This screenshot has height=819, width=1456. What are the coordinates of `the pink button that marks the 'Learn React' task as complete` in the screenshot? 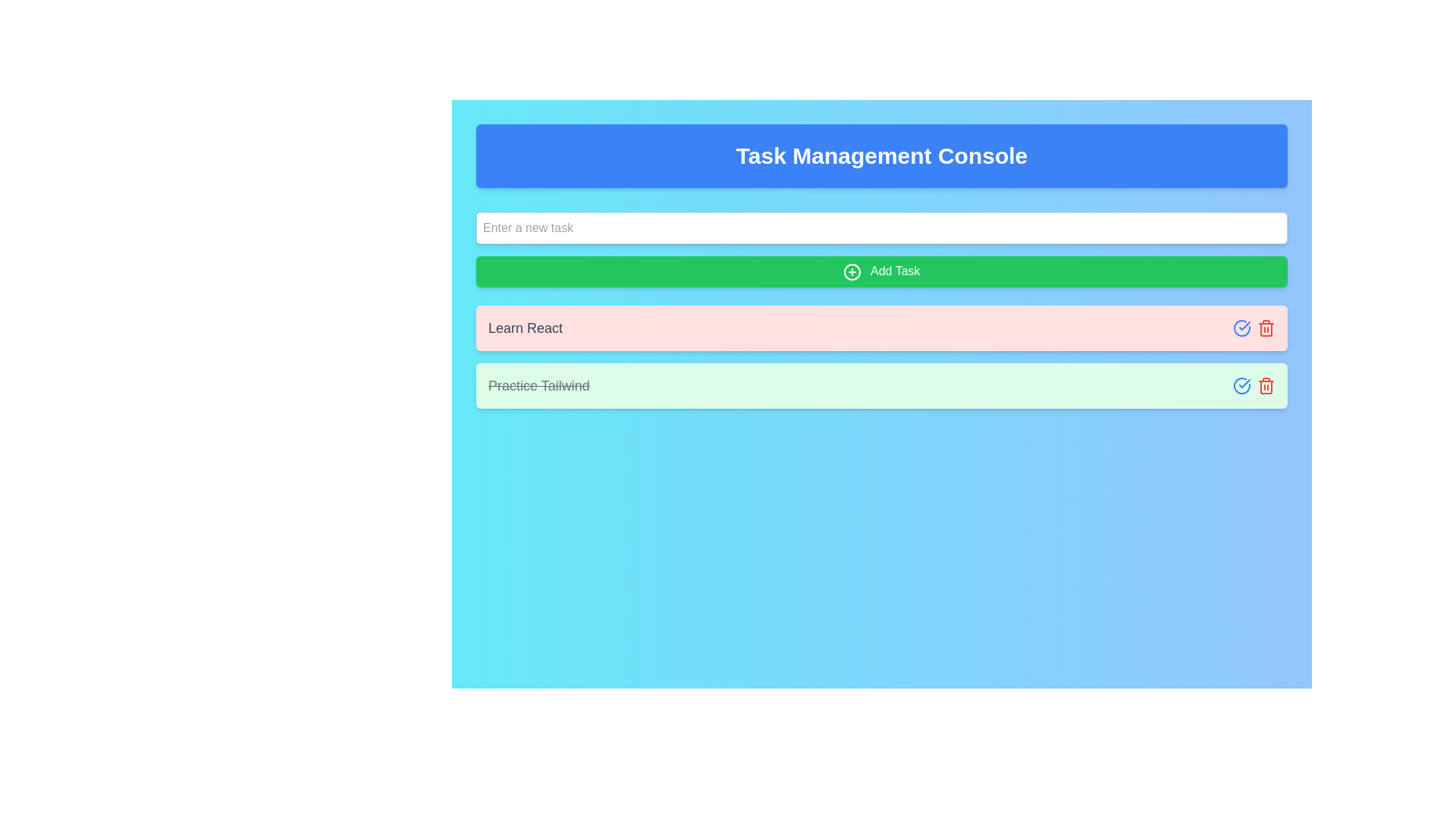 It's located at (1241, 327).